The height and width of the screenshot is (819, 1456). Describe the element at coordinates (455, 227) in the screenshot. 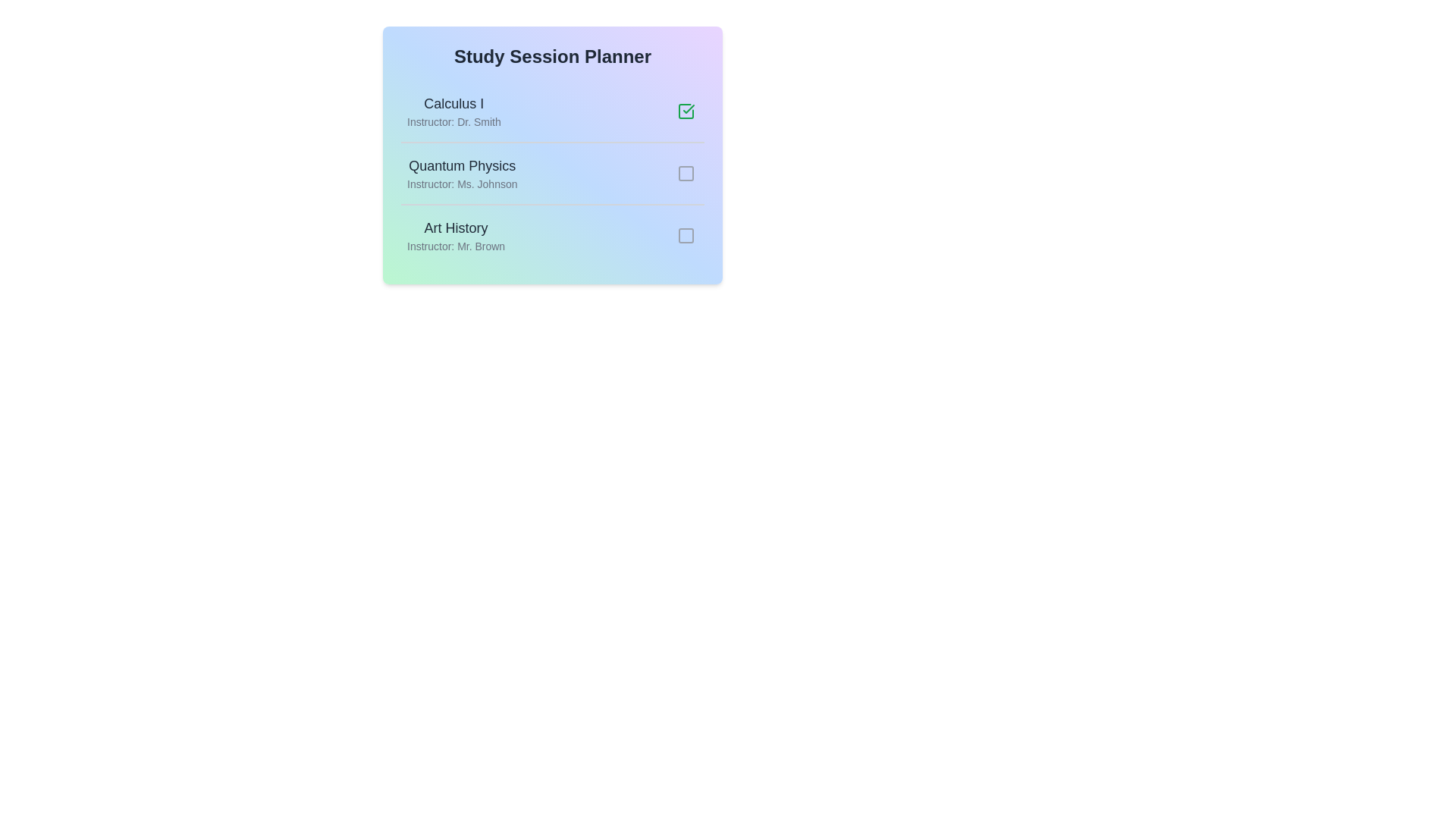

I see `the topic and instructor information for the session titled 'Art History'` at that location.